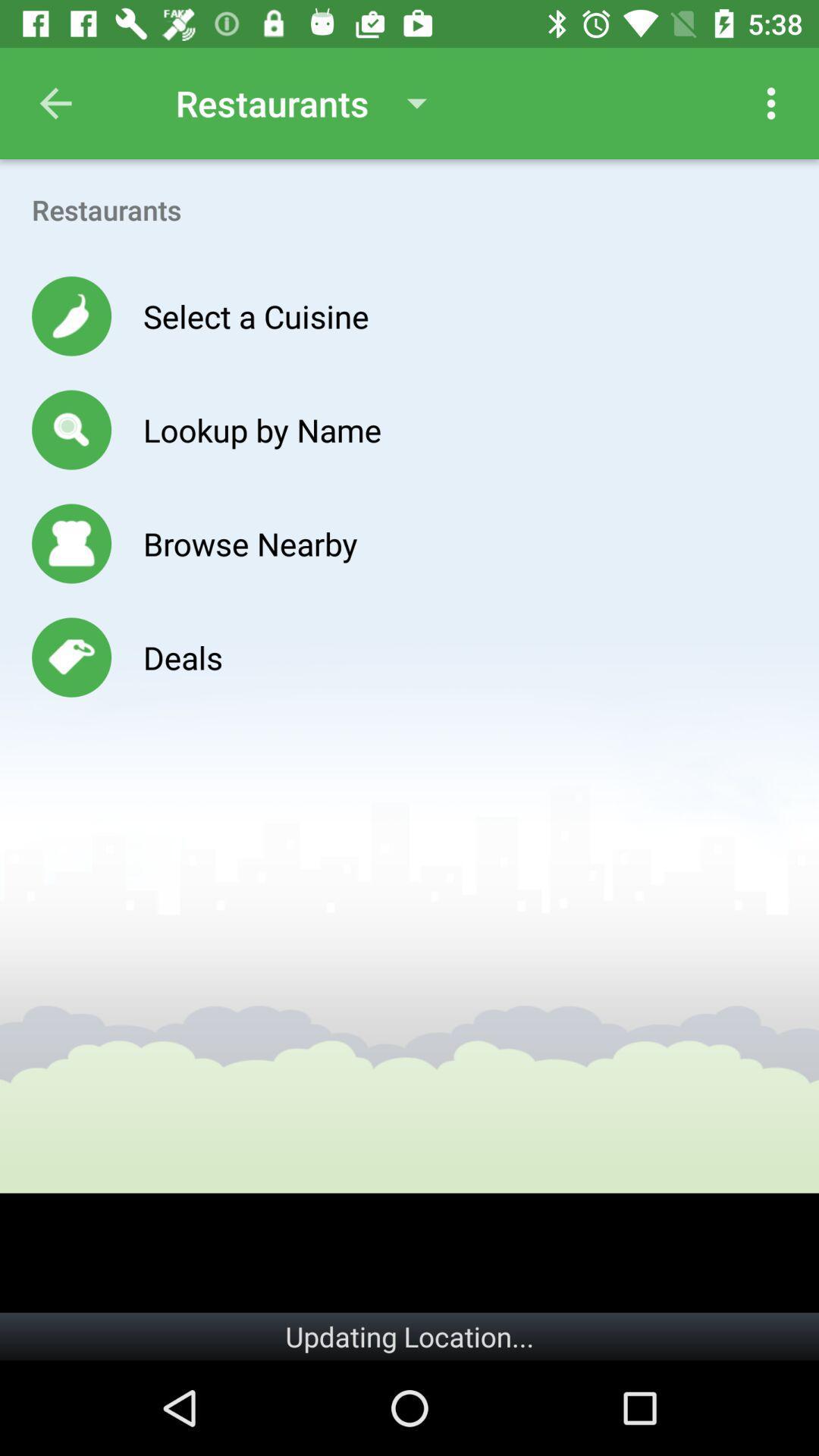 This screenshot has width=819, height=1456. I want to click on the icon above the browse nearby icon, so click(262, 428).